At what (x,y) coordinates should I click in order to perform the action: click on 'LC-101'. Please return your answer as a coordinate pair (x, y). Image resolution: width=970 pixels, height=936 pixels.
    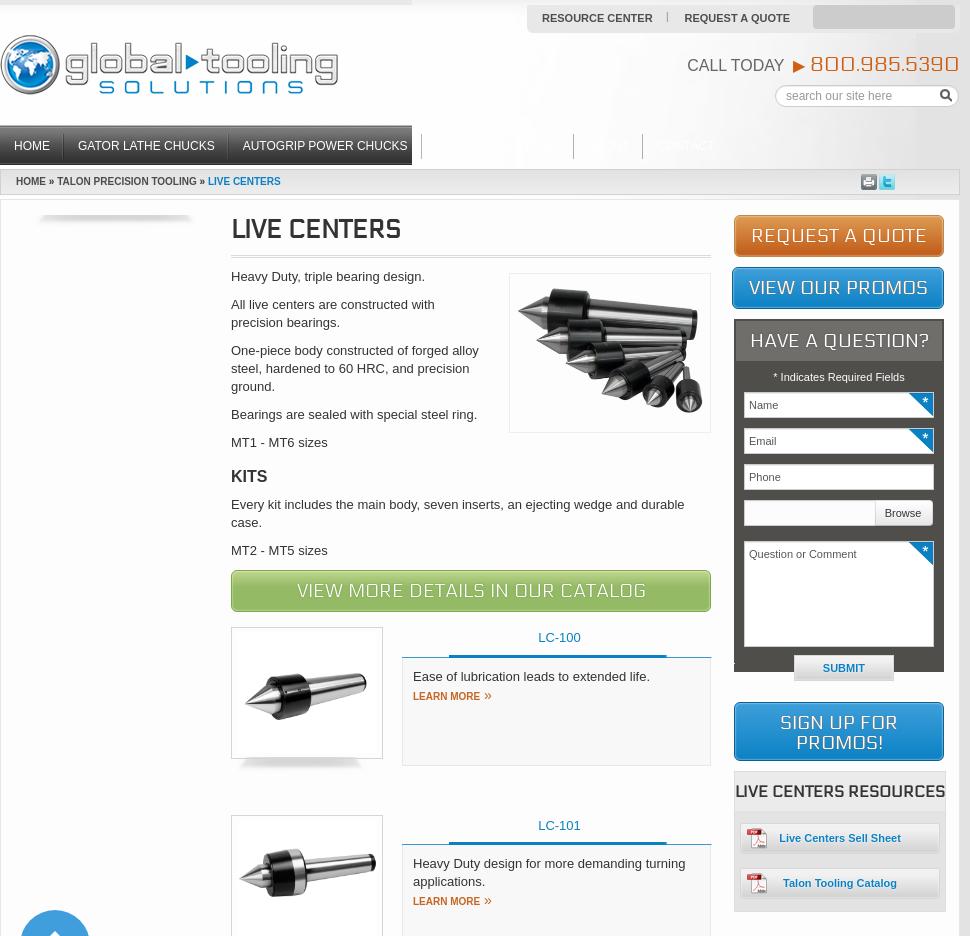
    Looking at the image, I should click on (558, 824).